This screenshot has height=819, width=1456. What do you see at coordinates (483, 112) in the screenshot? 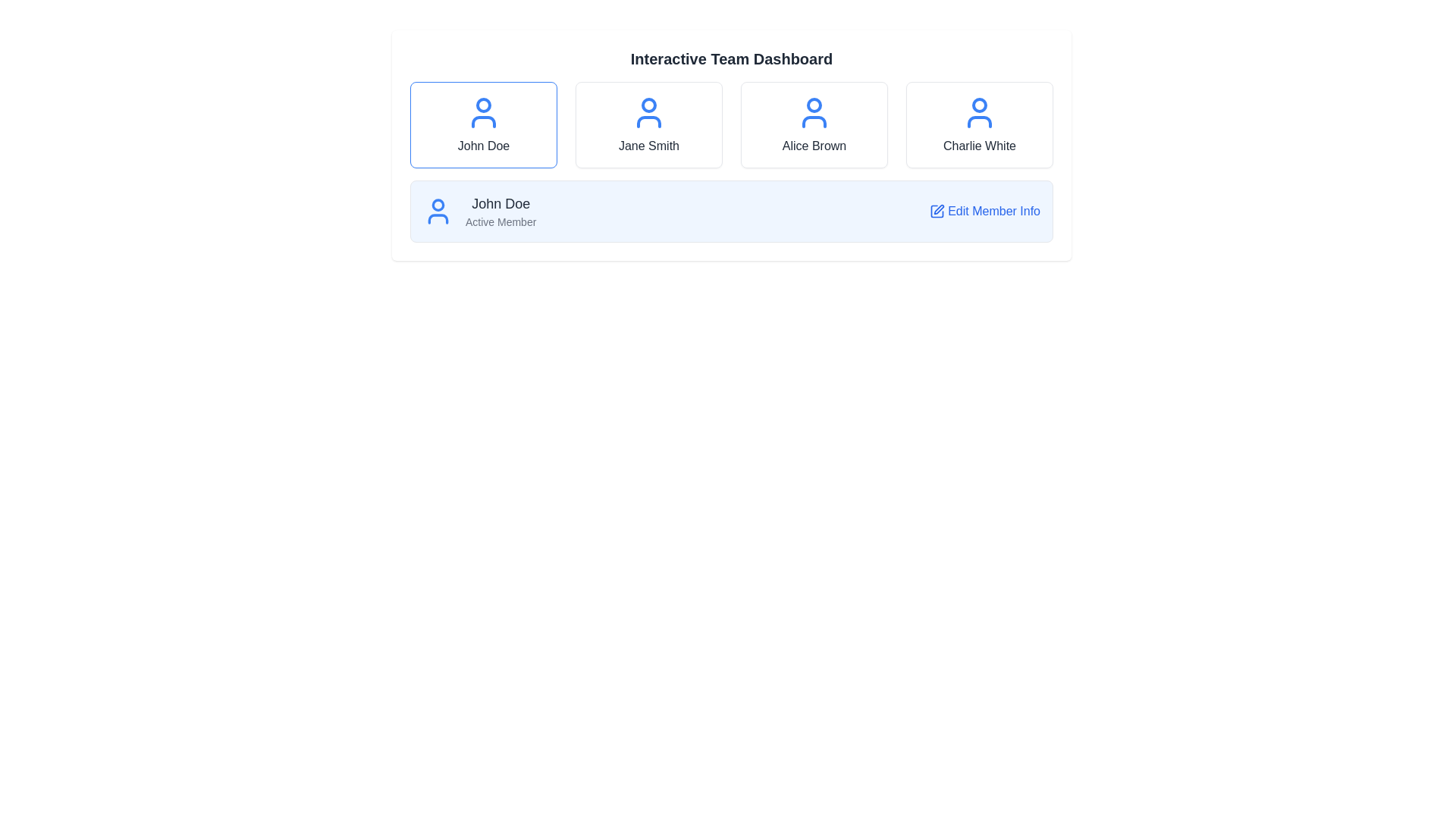
I see `the user profile icon representing 'John Doe', which is located in the first card of user profile cards, centered above the text 'John Doe'` at bounding box center [483, 112].